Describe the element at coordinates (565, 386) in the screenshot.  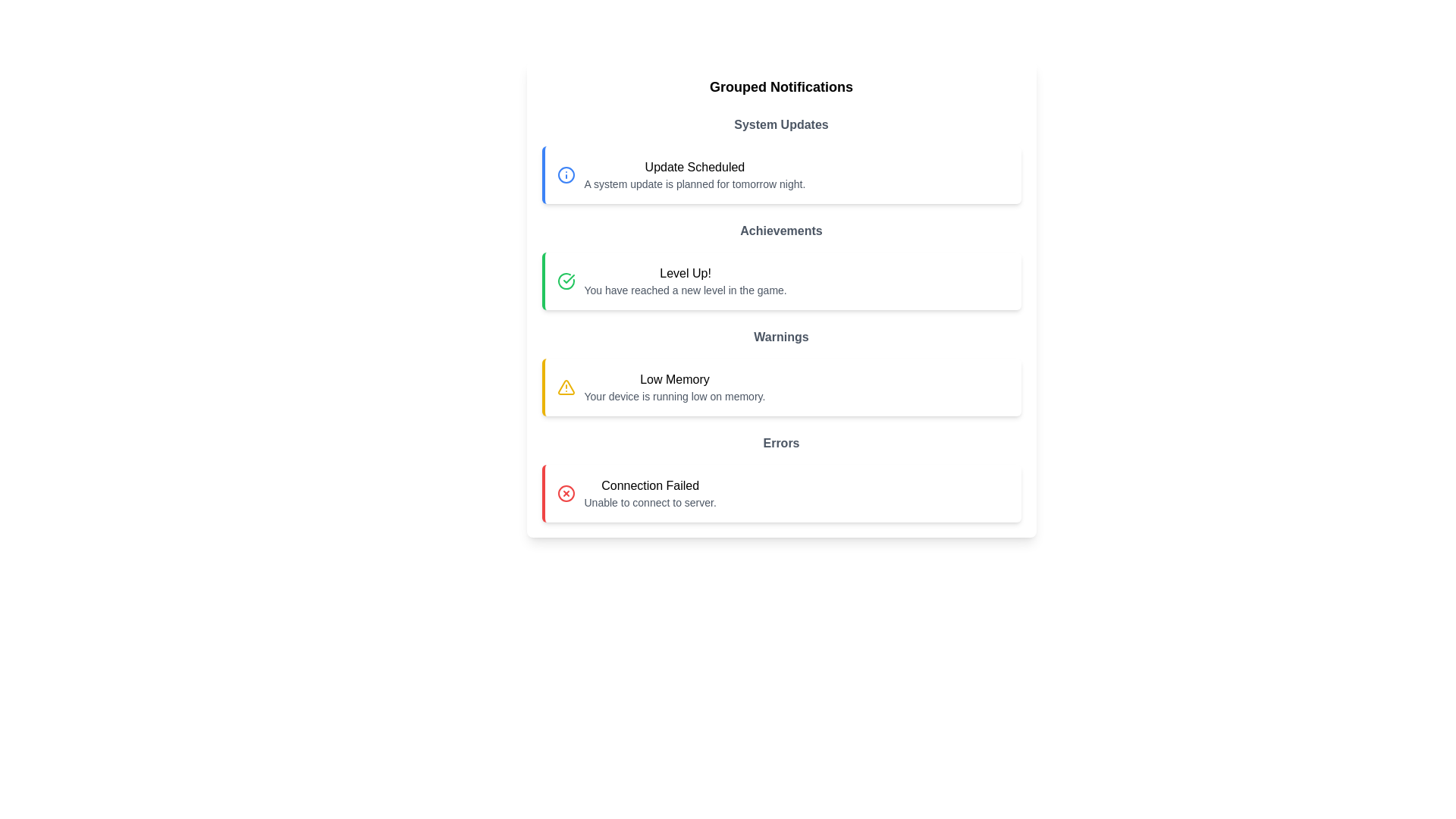
I see `the triangular warning icon with a yellow border and centered exclamation mark, indicating warnings, located to the left of the 'Low Memory' text in the 'Warnings' section` at that location.